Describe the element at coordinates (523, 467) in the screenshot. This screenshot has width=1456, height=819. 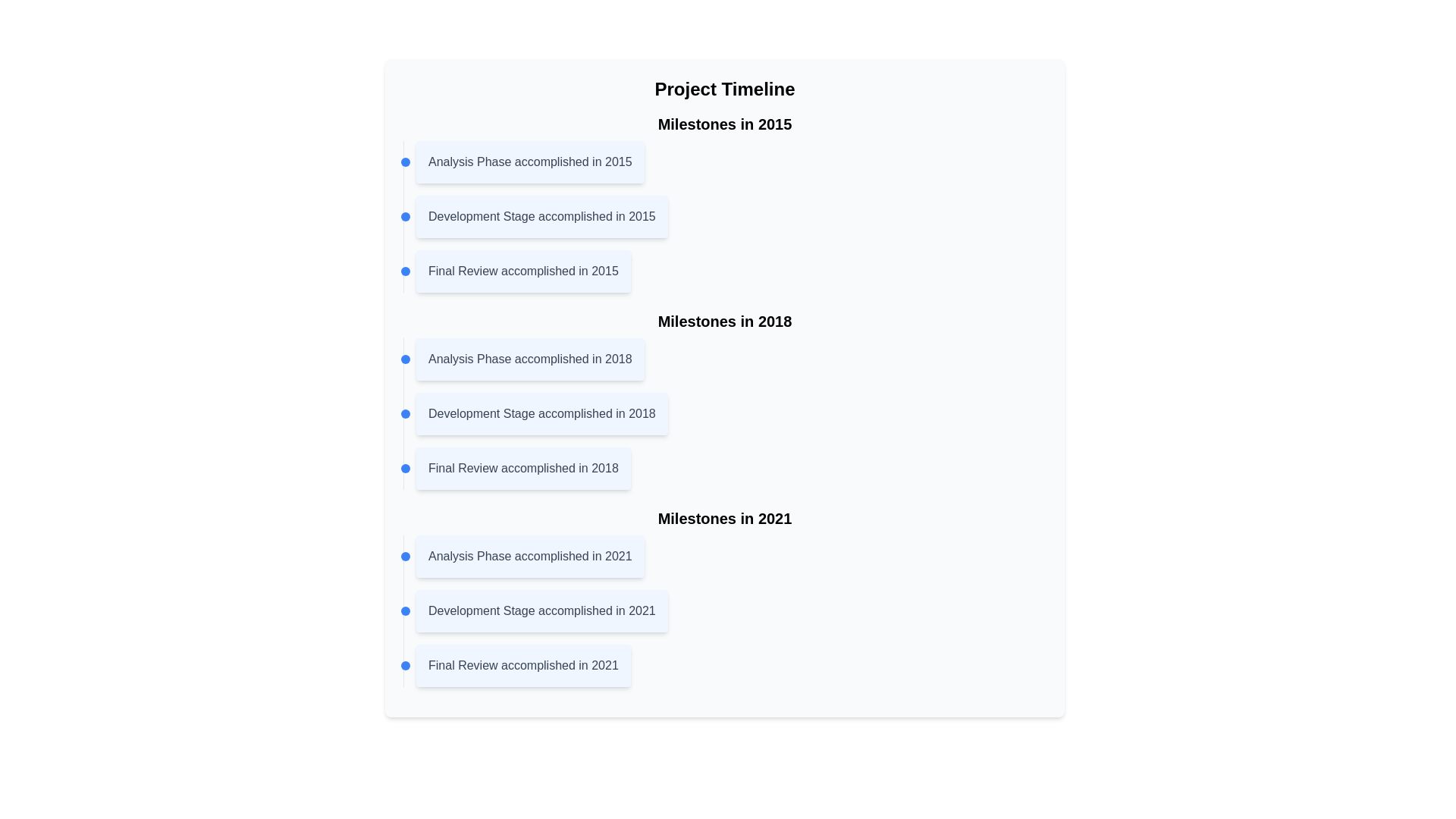
I see `the Informational Label with the text 'Final Review accomplished in 2018', which has a light blue background and is located under the 'Milestones in 2018' section` at that location.